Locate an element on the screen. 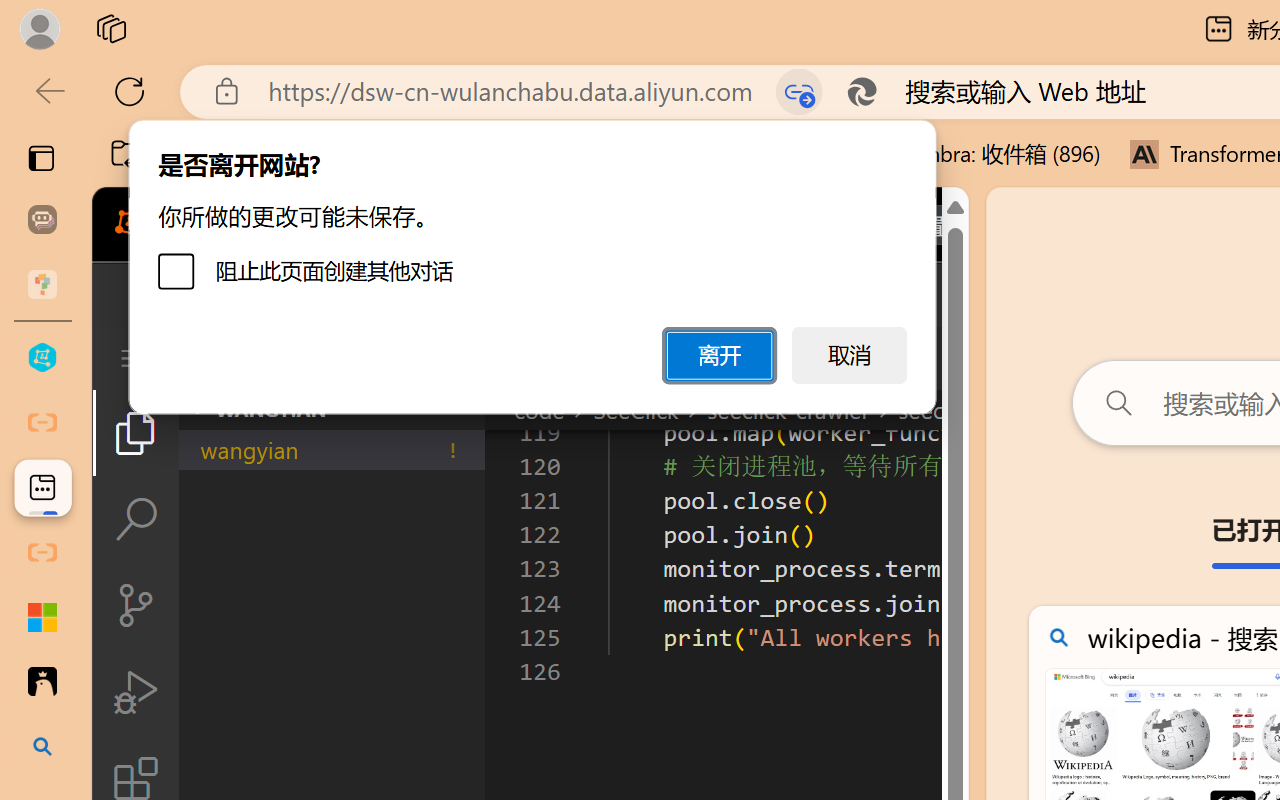 The width and height of the screenshot is (1280, 800). 'Adjust indents and spacing - Microsoft Support' is located at coordinates (42, 617).